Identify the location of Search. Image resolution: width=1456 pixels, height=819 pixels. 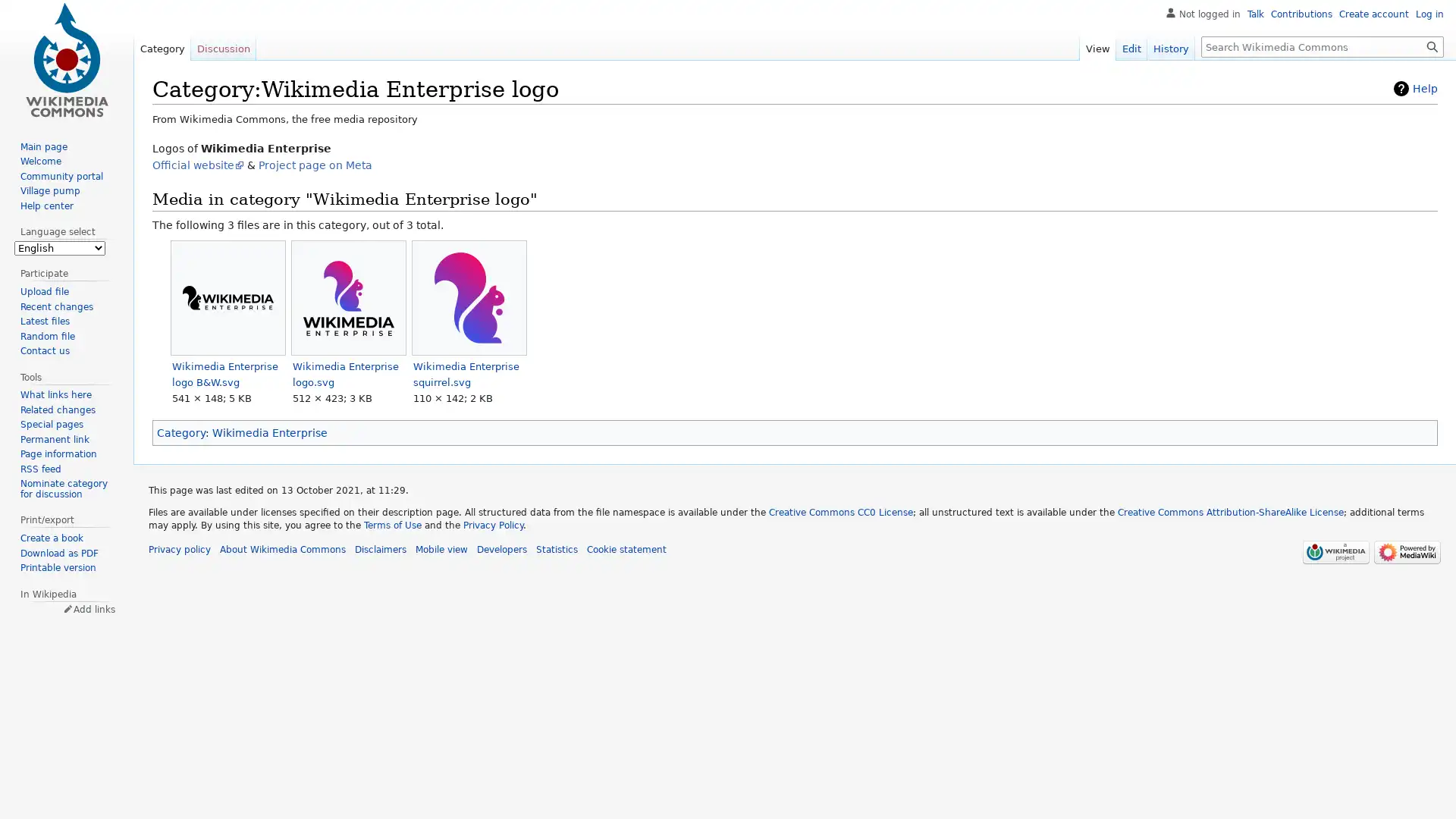
(1432, 45).